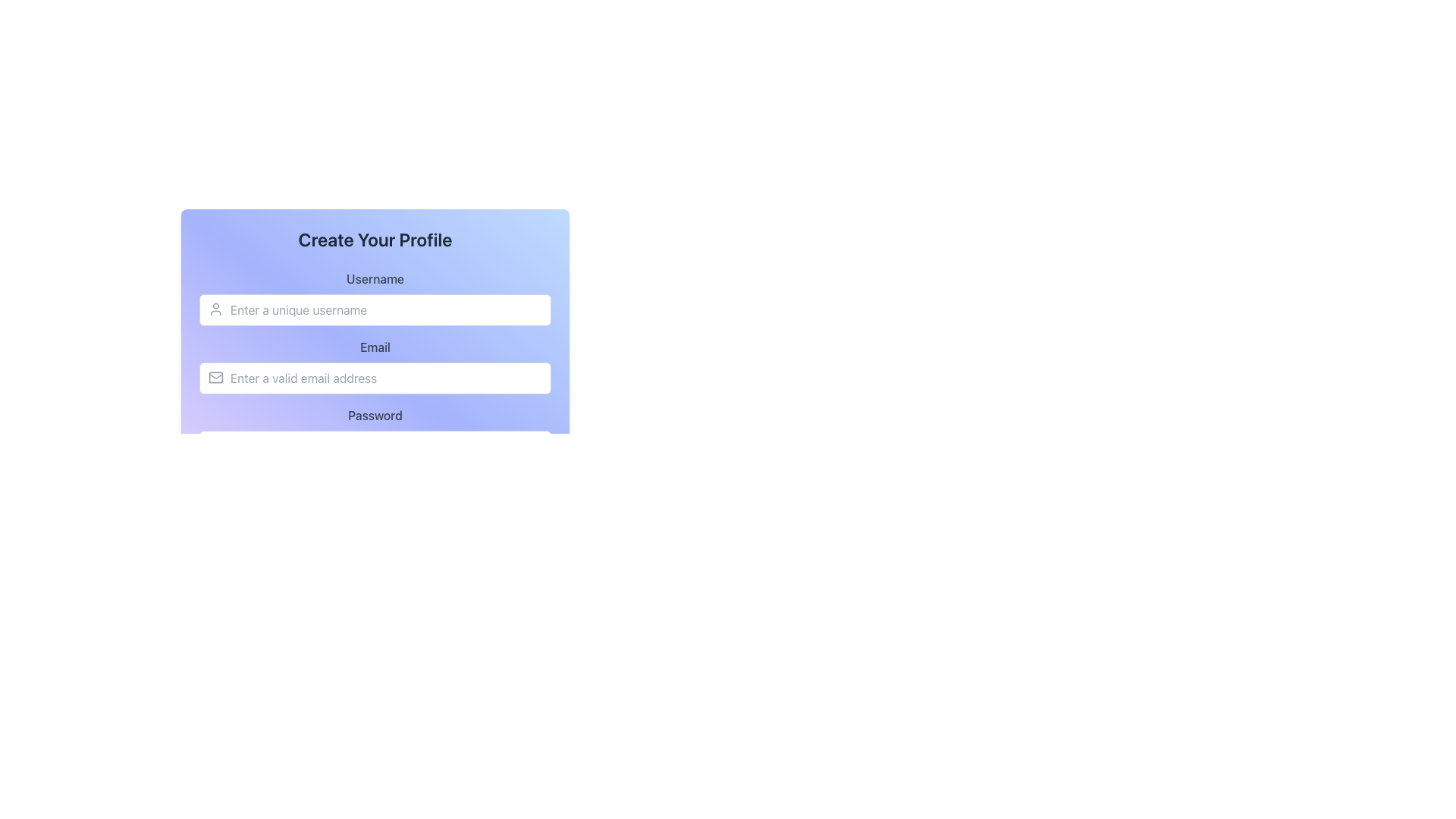 This screenshot has height=819, width=1456. Describe the element at coordinates (375, 278) in the screenshot. I see `label that indicates the purpose of the input field for the username, which is positioned above the input field in the form entry section` at that location.